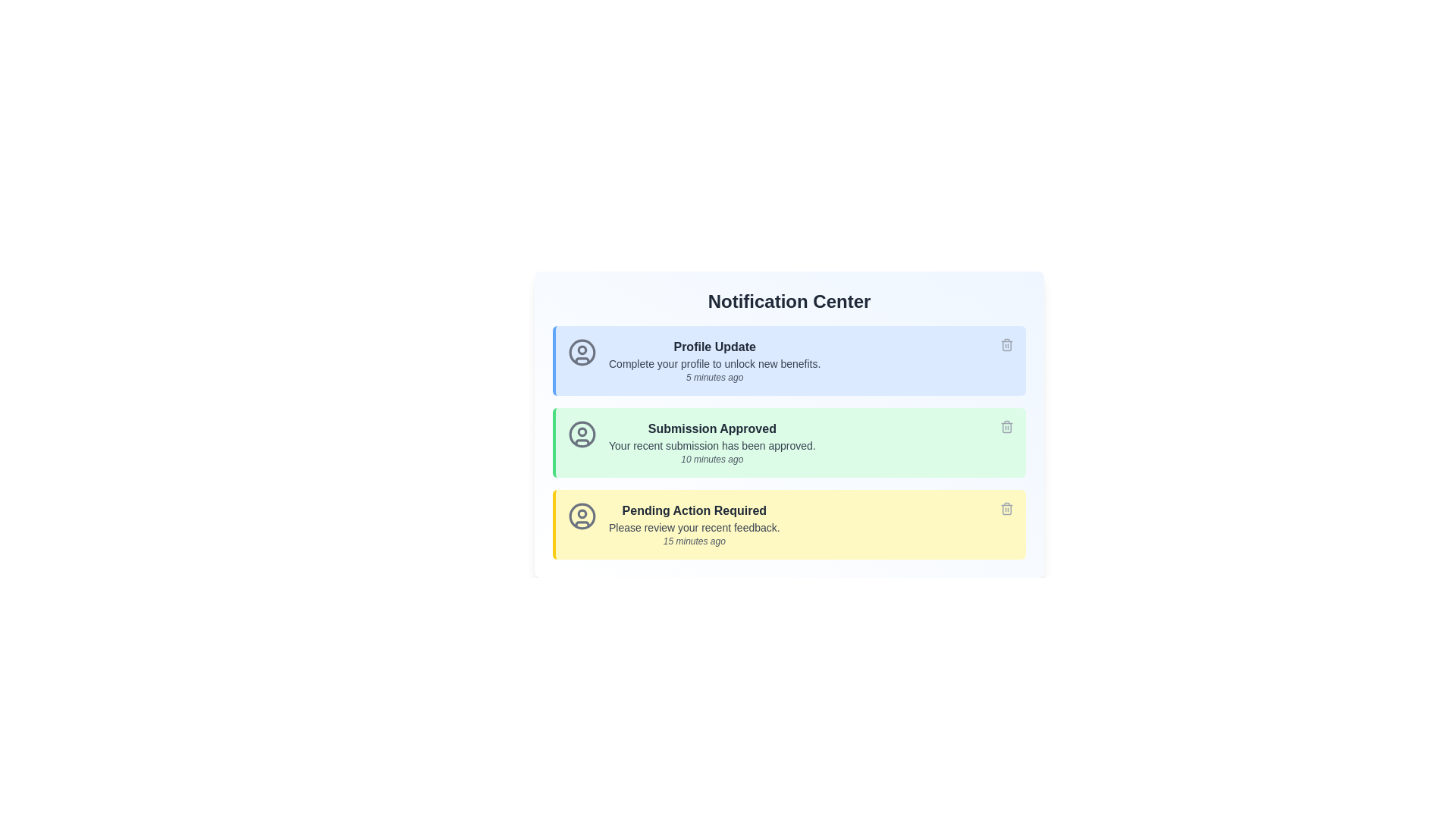 The height and width of the screenshot is (819, 1456). I want to click on bold text label 'Profile Update' located at the top of the blue notification card in the notification center interface, so click(714, 347).